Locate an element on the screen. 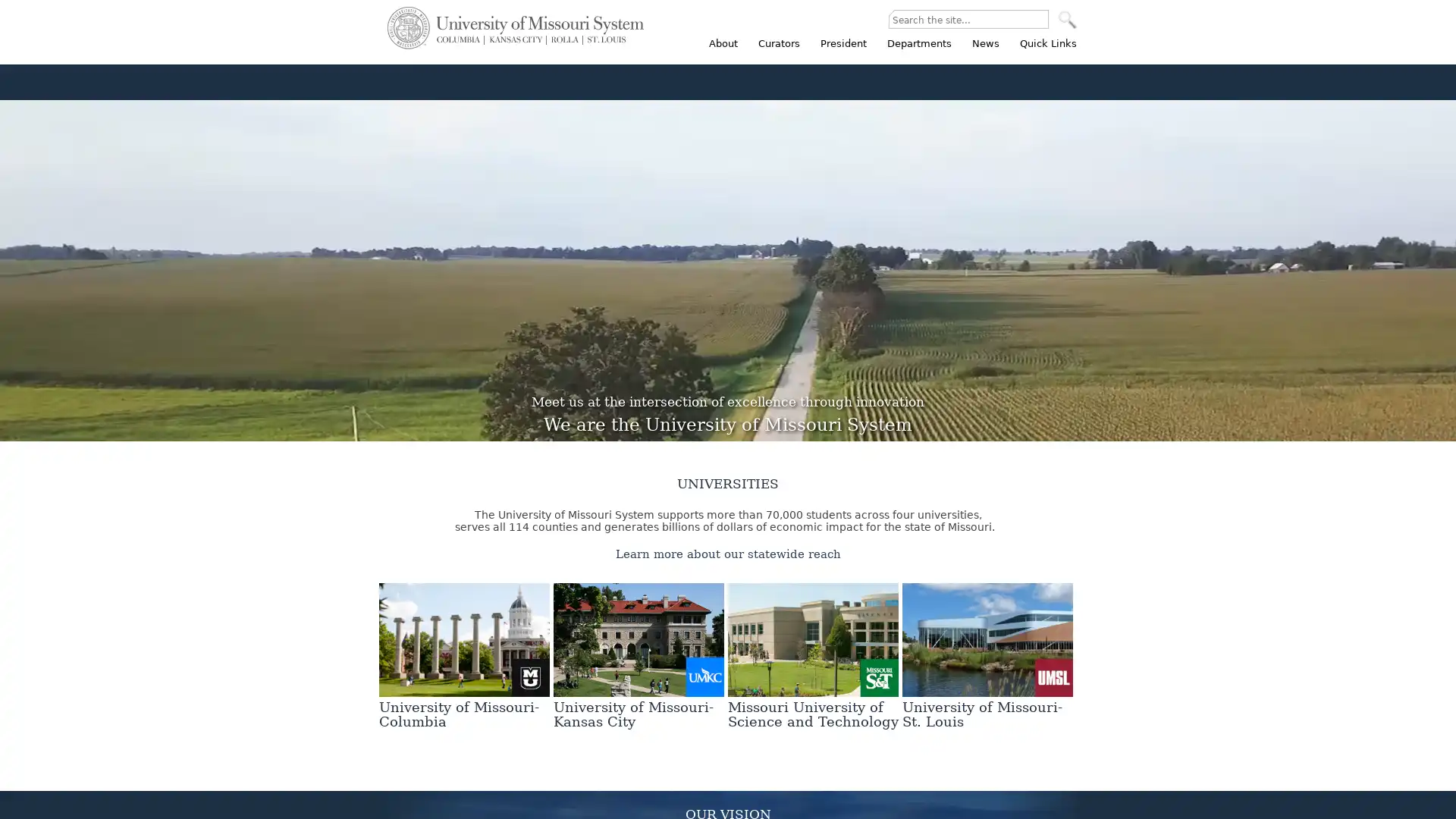  SEARCH is located at coordinates (1066, 20).